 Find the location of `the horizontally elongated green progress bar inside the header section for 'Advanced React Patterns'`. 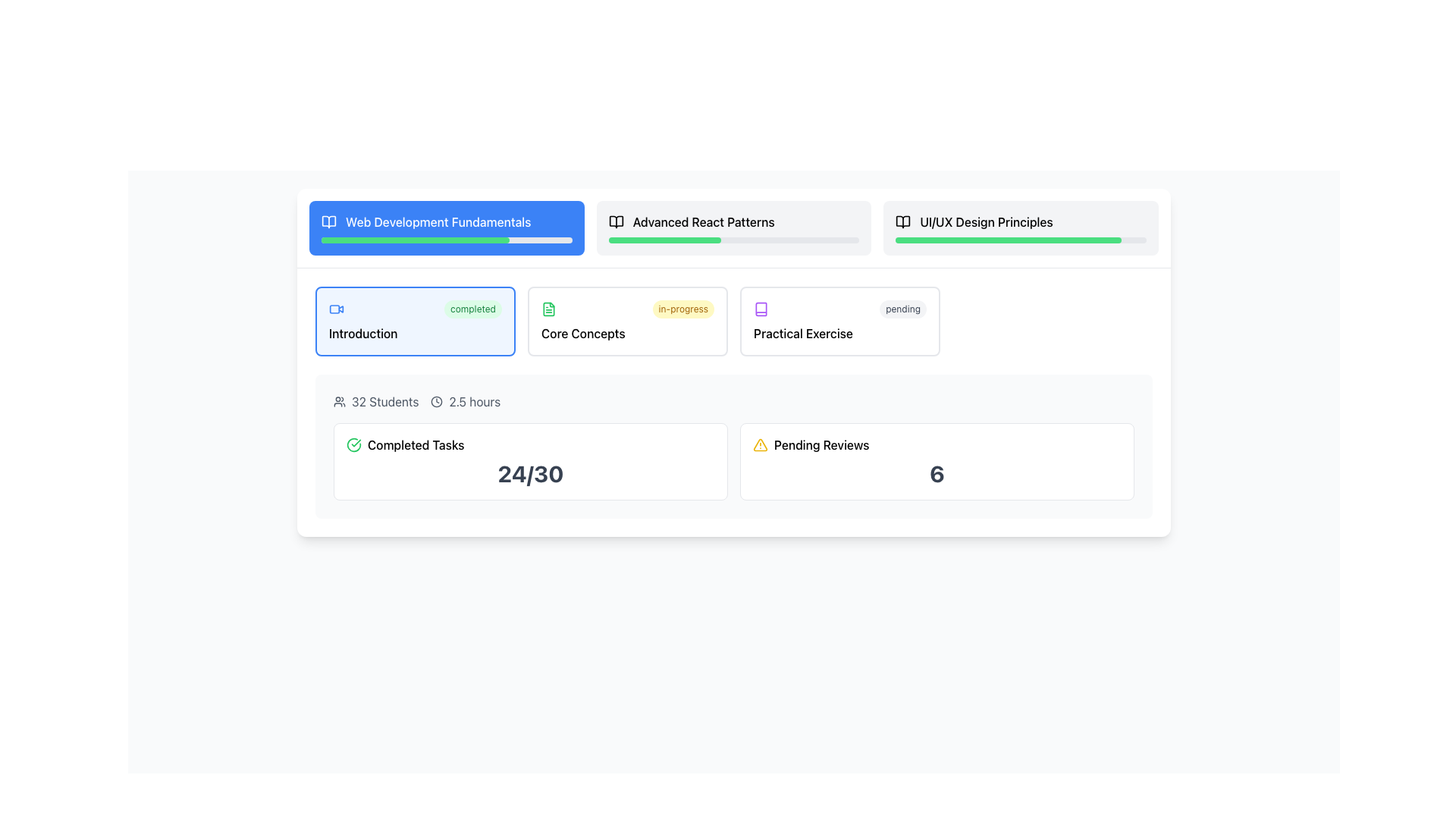

the horizontally elongated green progress bar inside the header section for 'Advanced React Patterns' is located at coordinates (665, 239).